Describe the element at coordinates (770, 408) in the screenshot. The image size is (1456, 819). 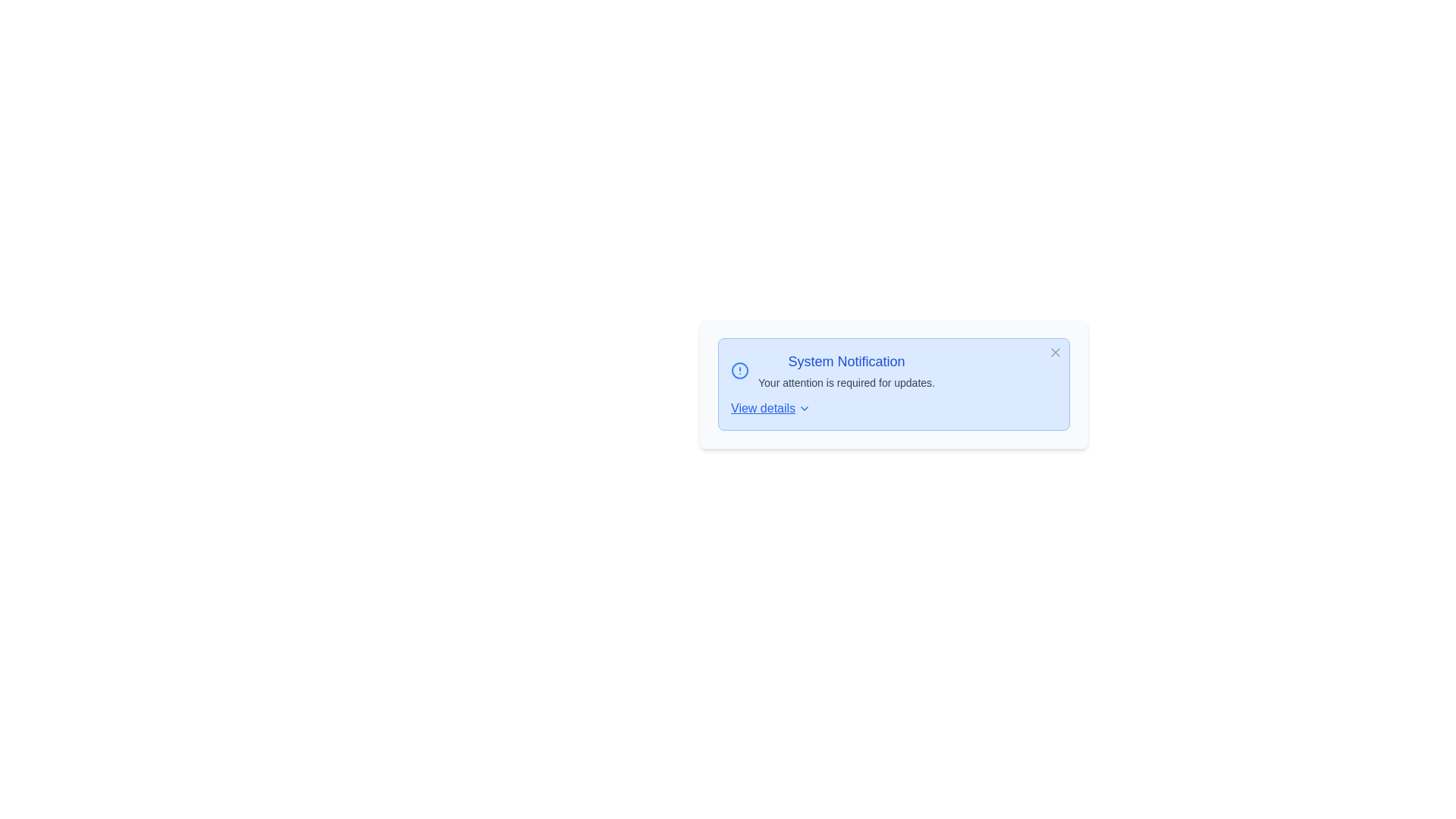
I see `the 'View details' interactive link with a blue underline and chevron icon` at that location.